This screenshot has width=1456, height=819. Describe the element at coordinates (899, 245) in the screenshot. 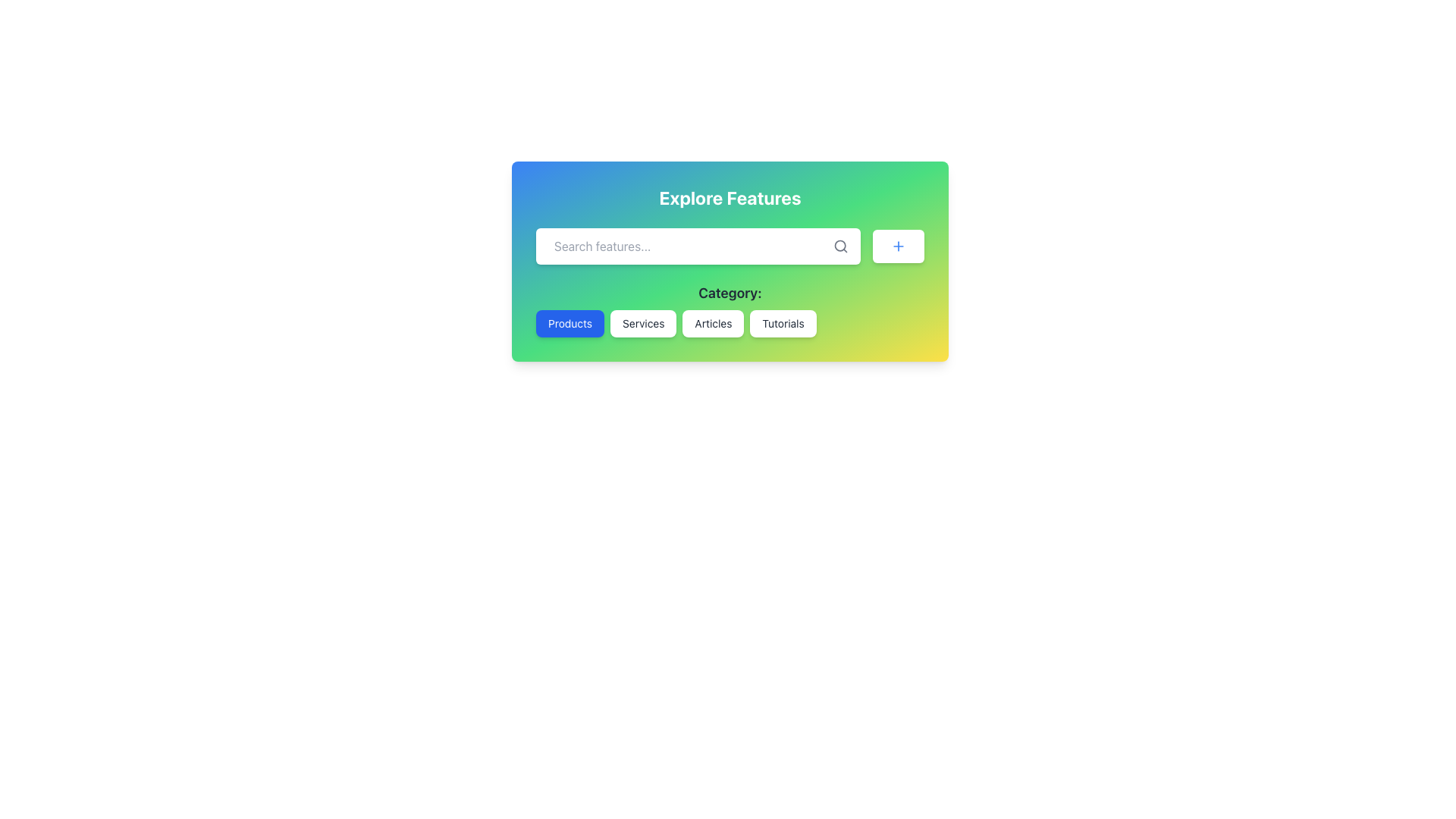

I see `the button with a plus icon, located to the far right of a group of elements` at that location.